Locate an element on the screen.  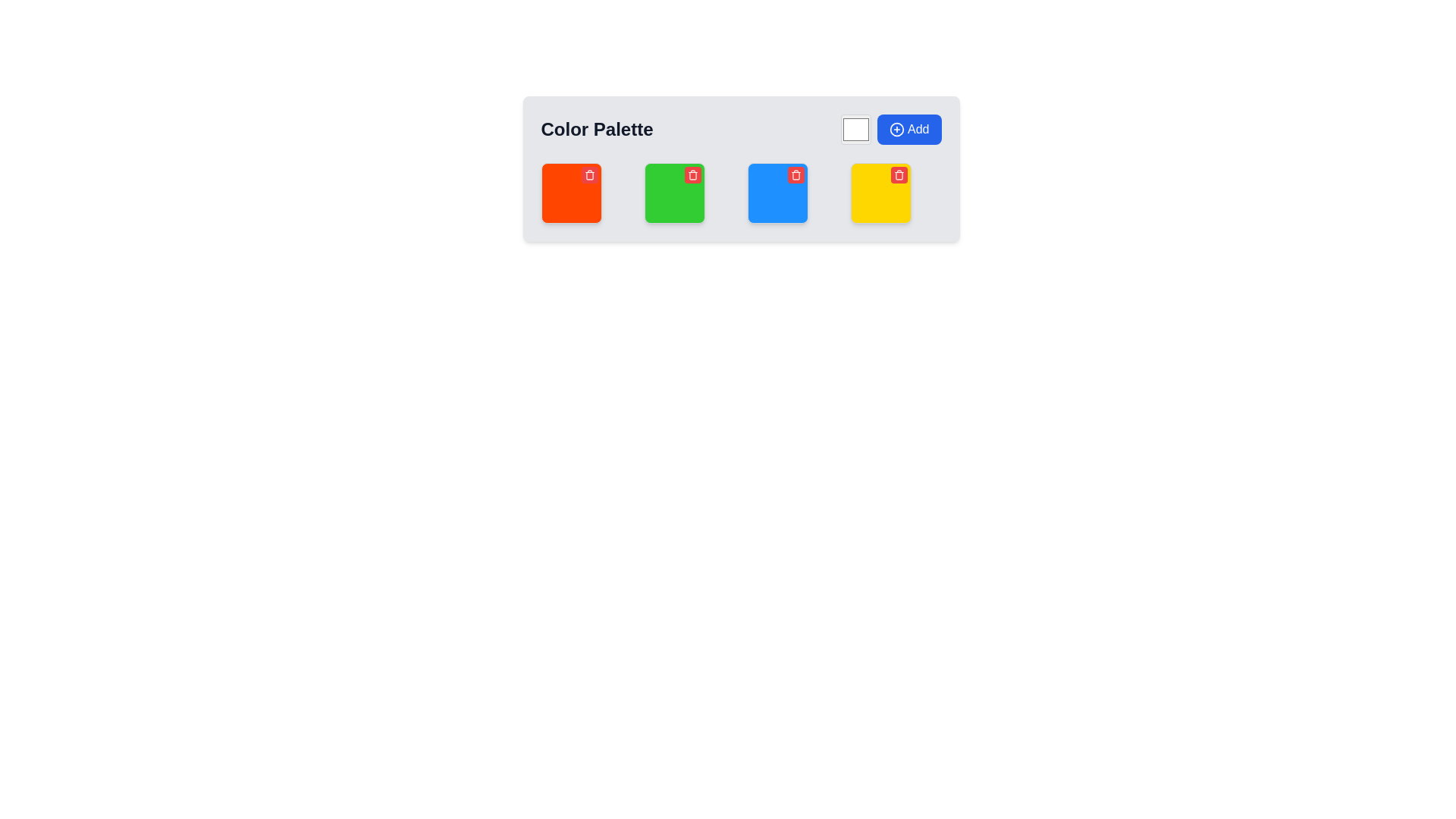
the interactive color selection tile with a bright yellow background located in the fourth position of the color palette grid is located at coordinates (880, 192).